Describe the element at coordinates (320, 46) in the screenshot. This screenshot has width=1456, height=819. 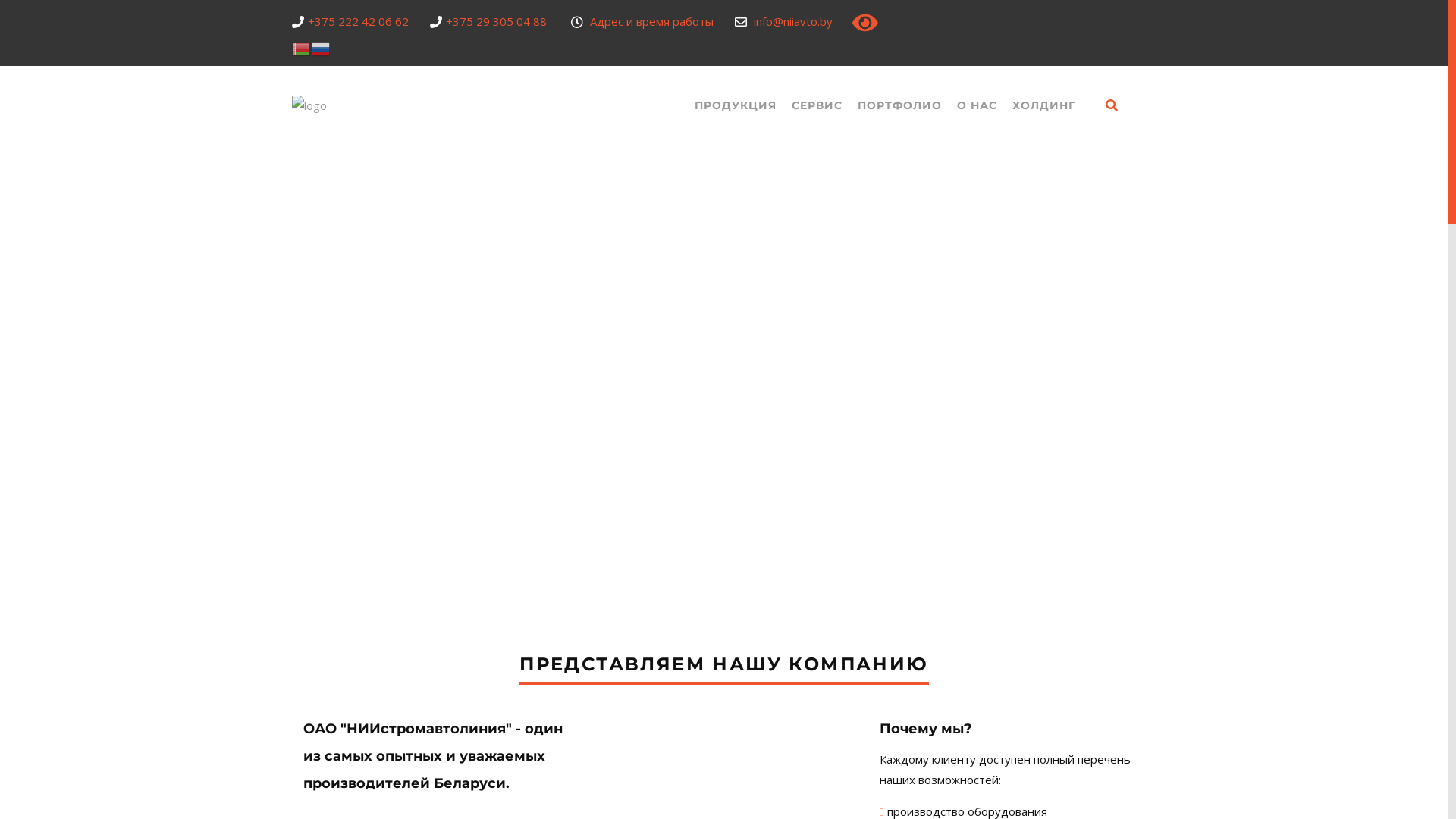
I see `'Russian'` at that location.